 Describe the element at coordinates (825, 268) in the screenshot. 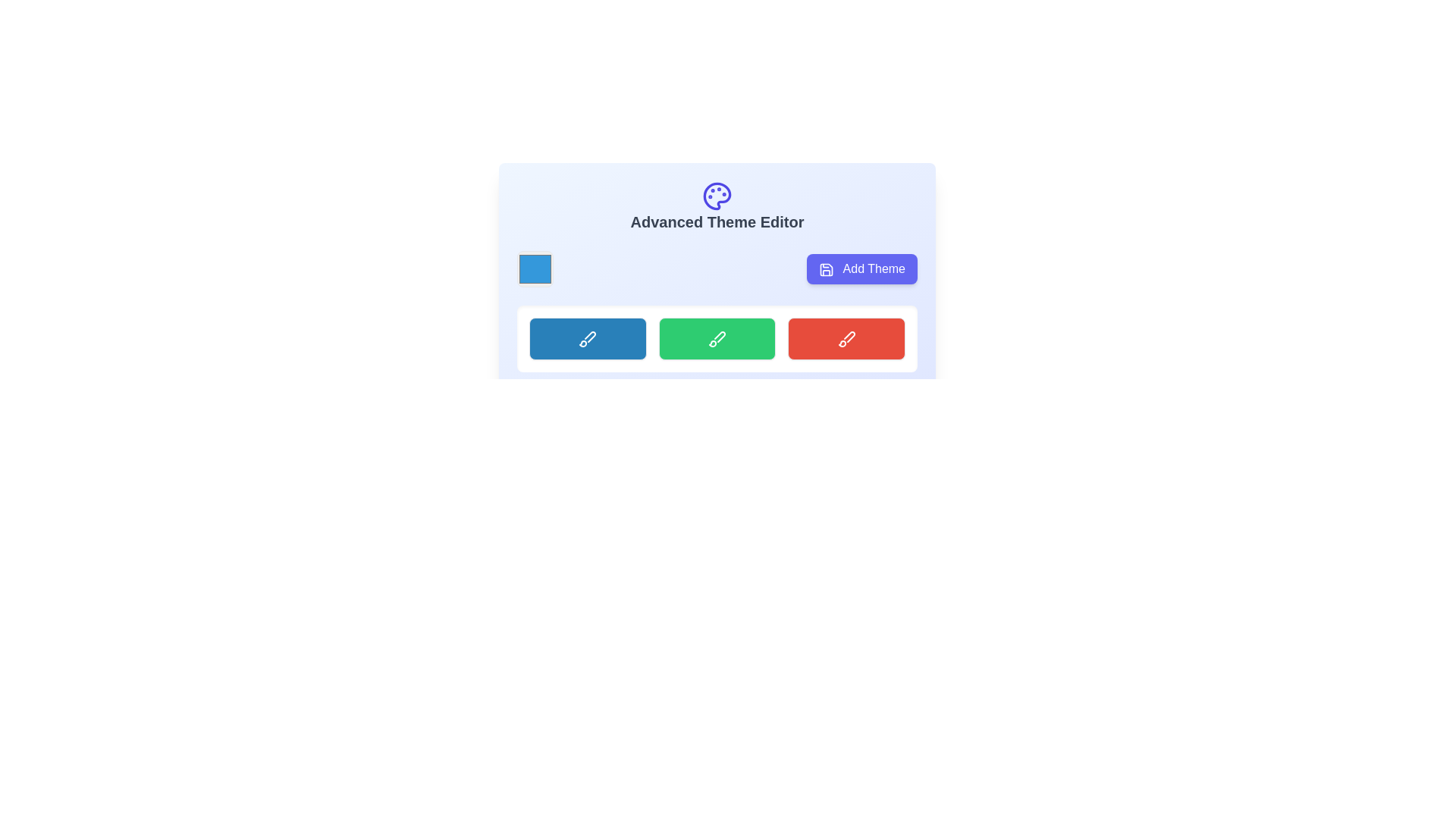

I see `the save-symbol icon located within the blue 'Add Theme' button` at that location.